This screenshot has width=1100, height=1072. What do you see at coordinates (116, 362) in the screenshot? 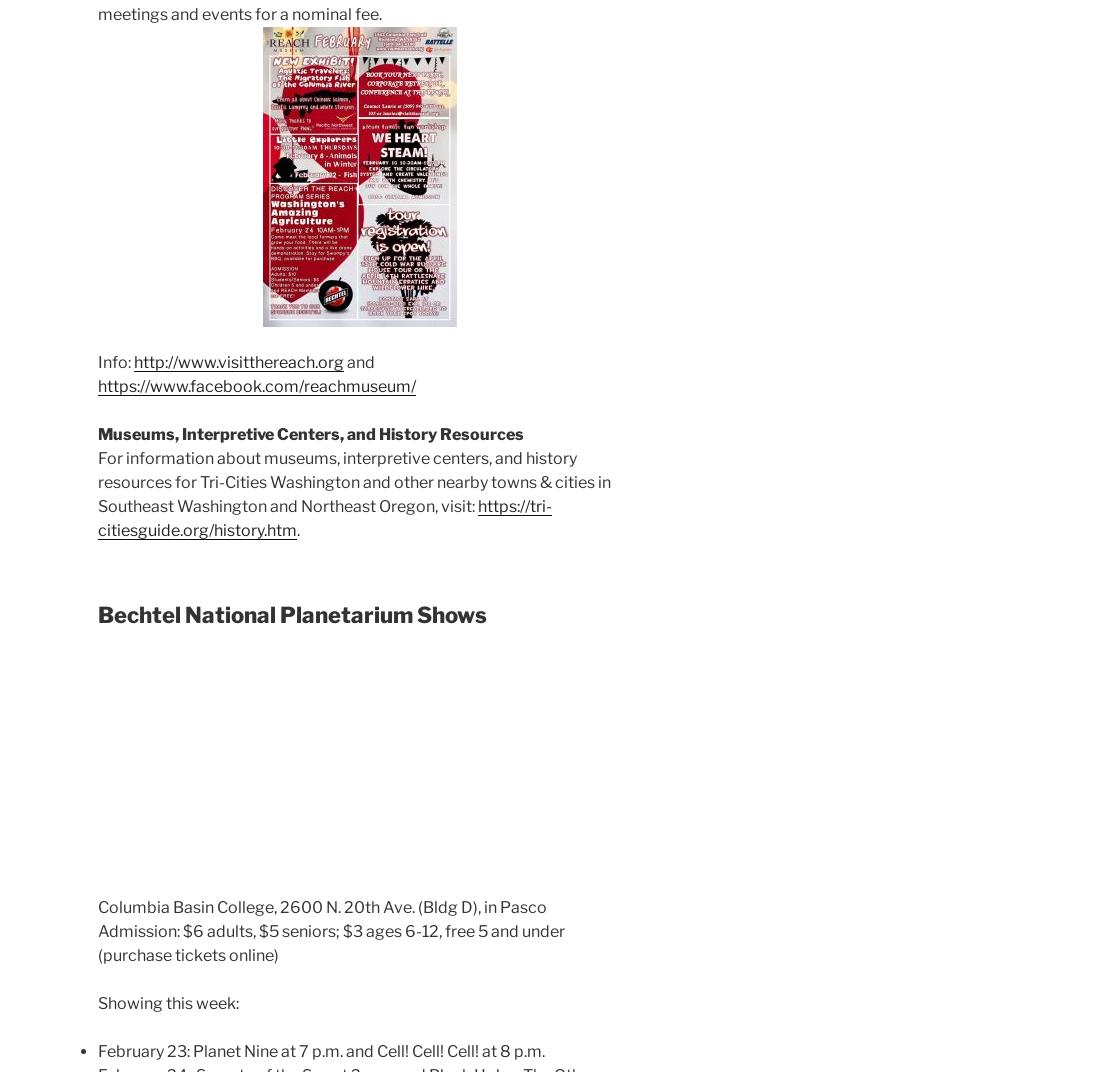
I see `'Info:'` at bounding box center [116, 362].